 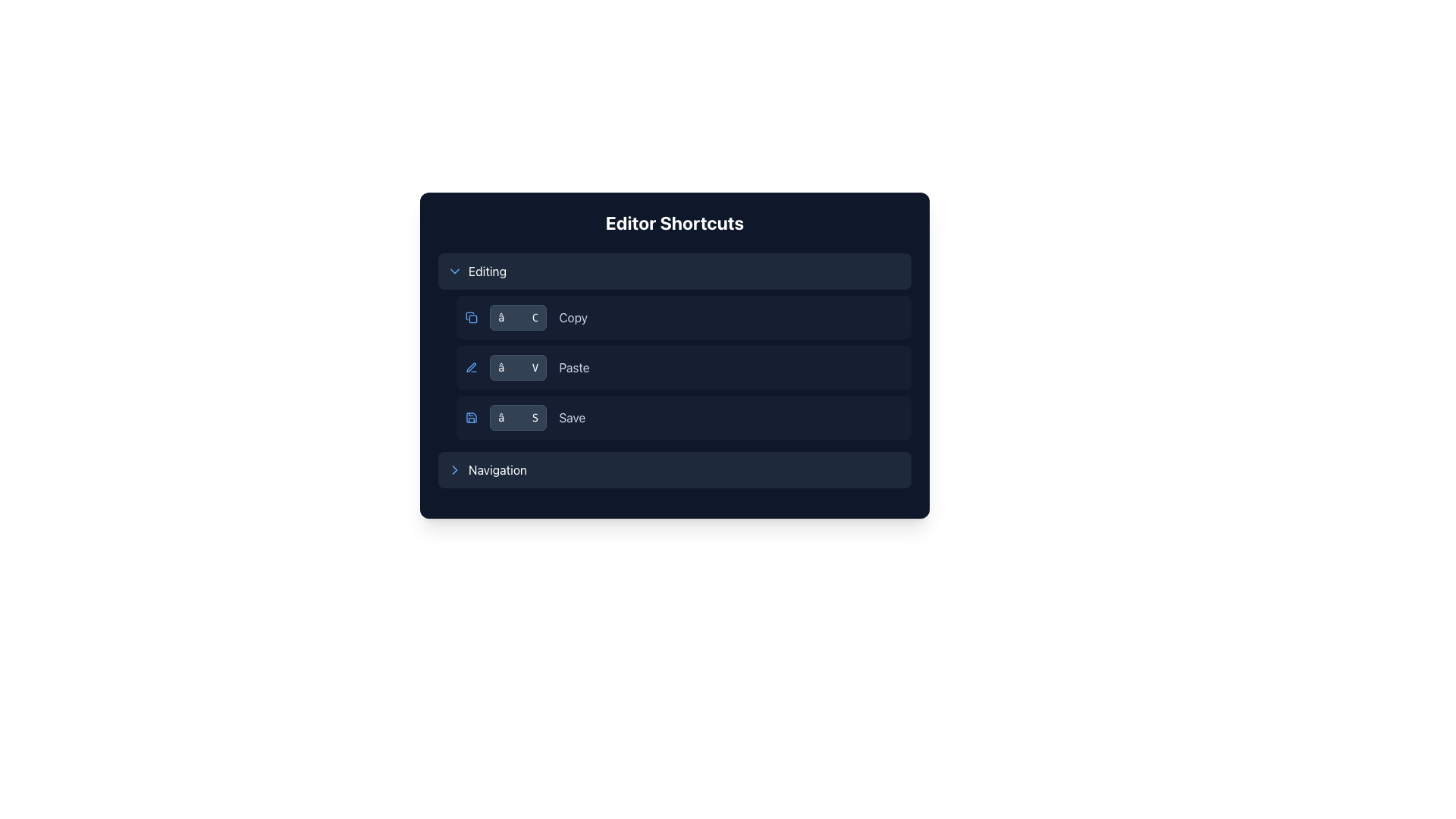 What do you see at coordinates (573, 317) in the screenshot?
I see `the 'Copy' text label displayed in light gray color against a dark background, located in the second row of the 'Editing' section of the 'Editor Shortcuts' interface` at bounding box center [573, 317].